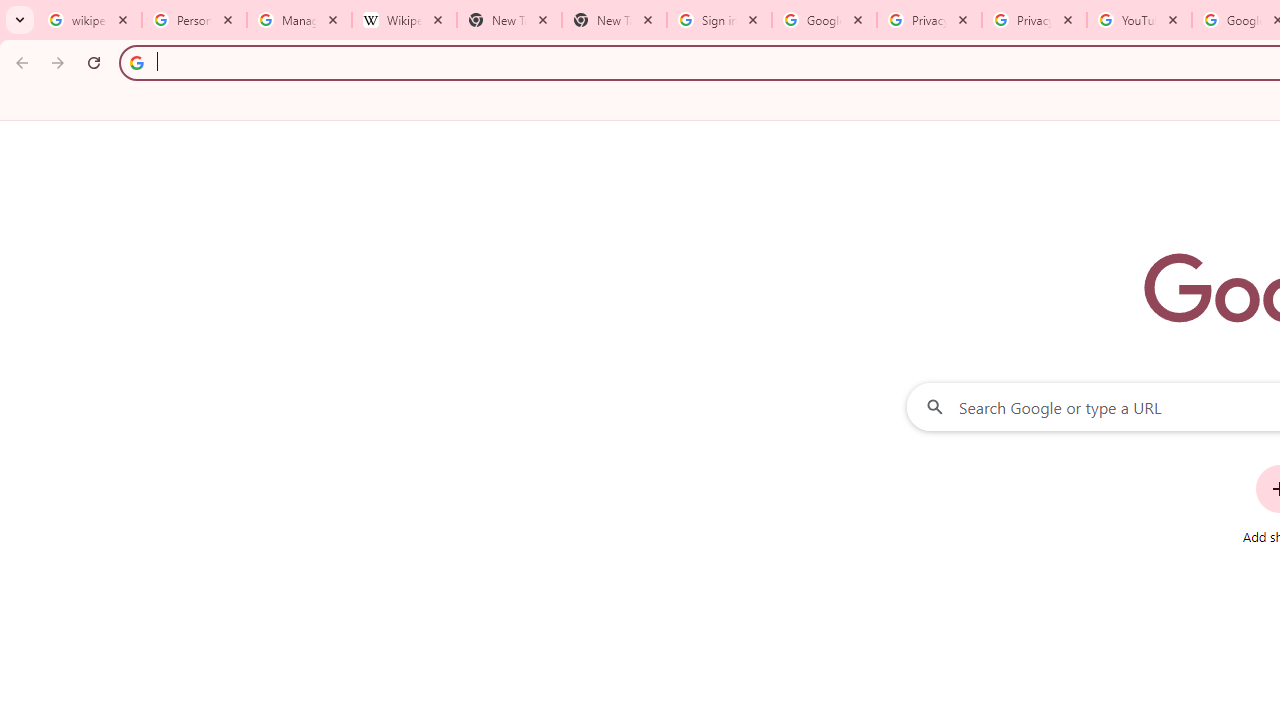 The width and height of the screenshot is (1280, 720). What do you see at coordinates (403, 20) in the screenshot?
I see `'Wikipedia:Edit requests - Wikipedia'` at bounding box center [403, 20].